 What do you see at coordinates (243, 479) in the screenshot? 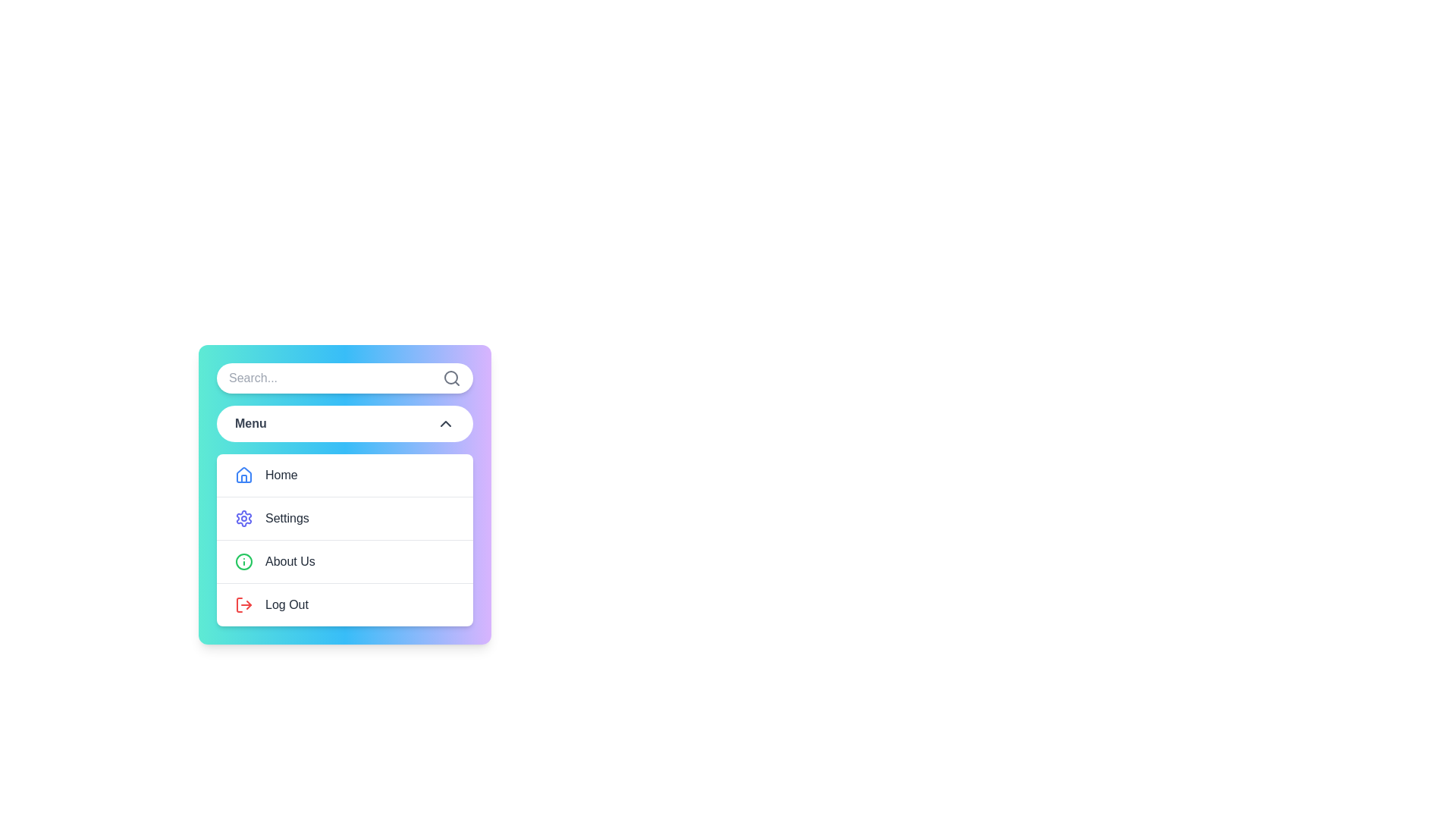
I see `the small blue house-shaped icon representing the Home option in the vertical menu located below the search bar` at bounding box center [243, 479].